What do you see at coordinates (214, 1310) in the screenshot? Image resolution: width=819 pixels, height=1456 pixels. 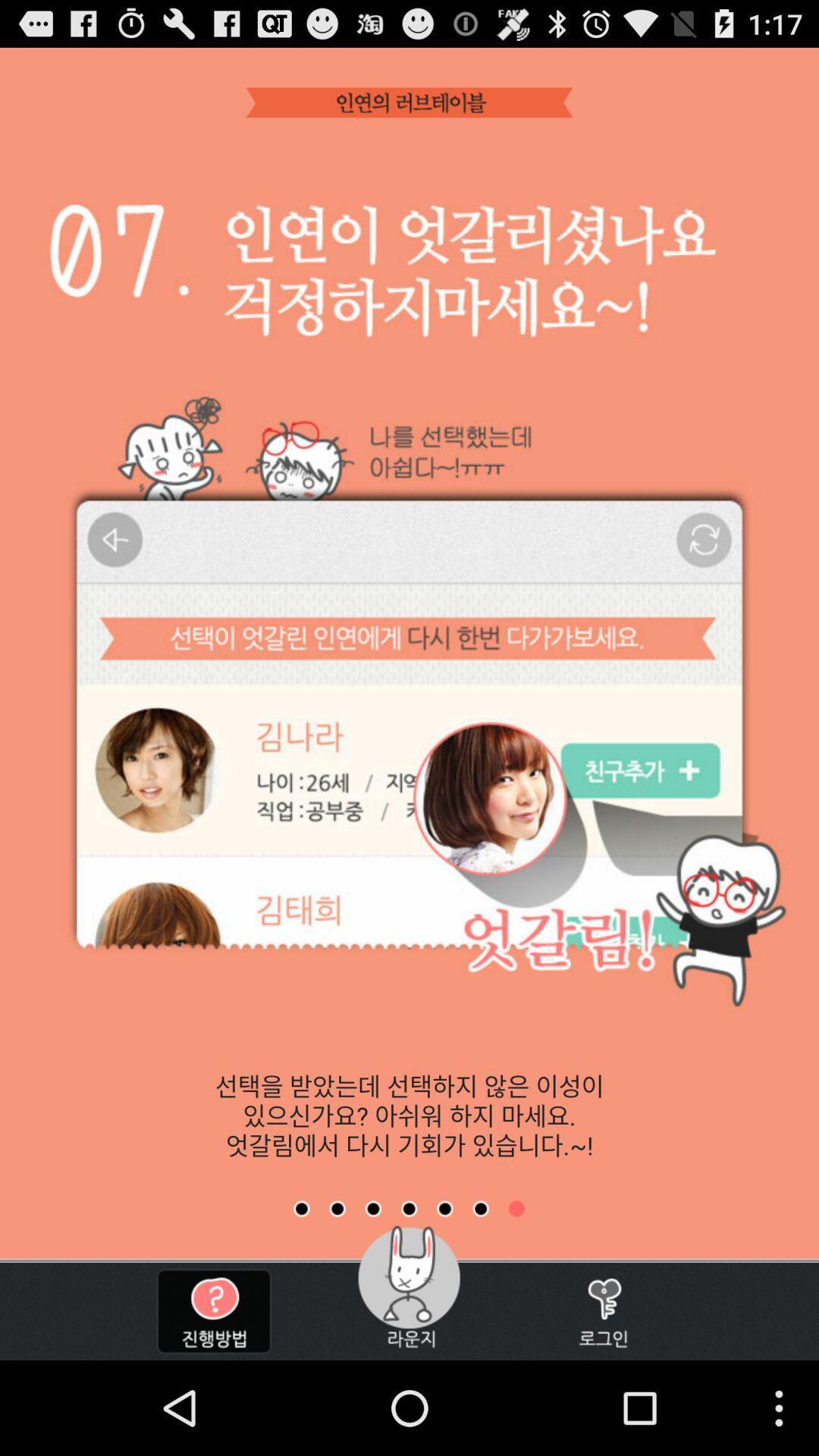 I see `help` at bounding box center [214, 1310].